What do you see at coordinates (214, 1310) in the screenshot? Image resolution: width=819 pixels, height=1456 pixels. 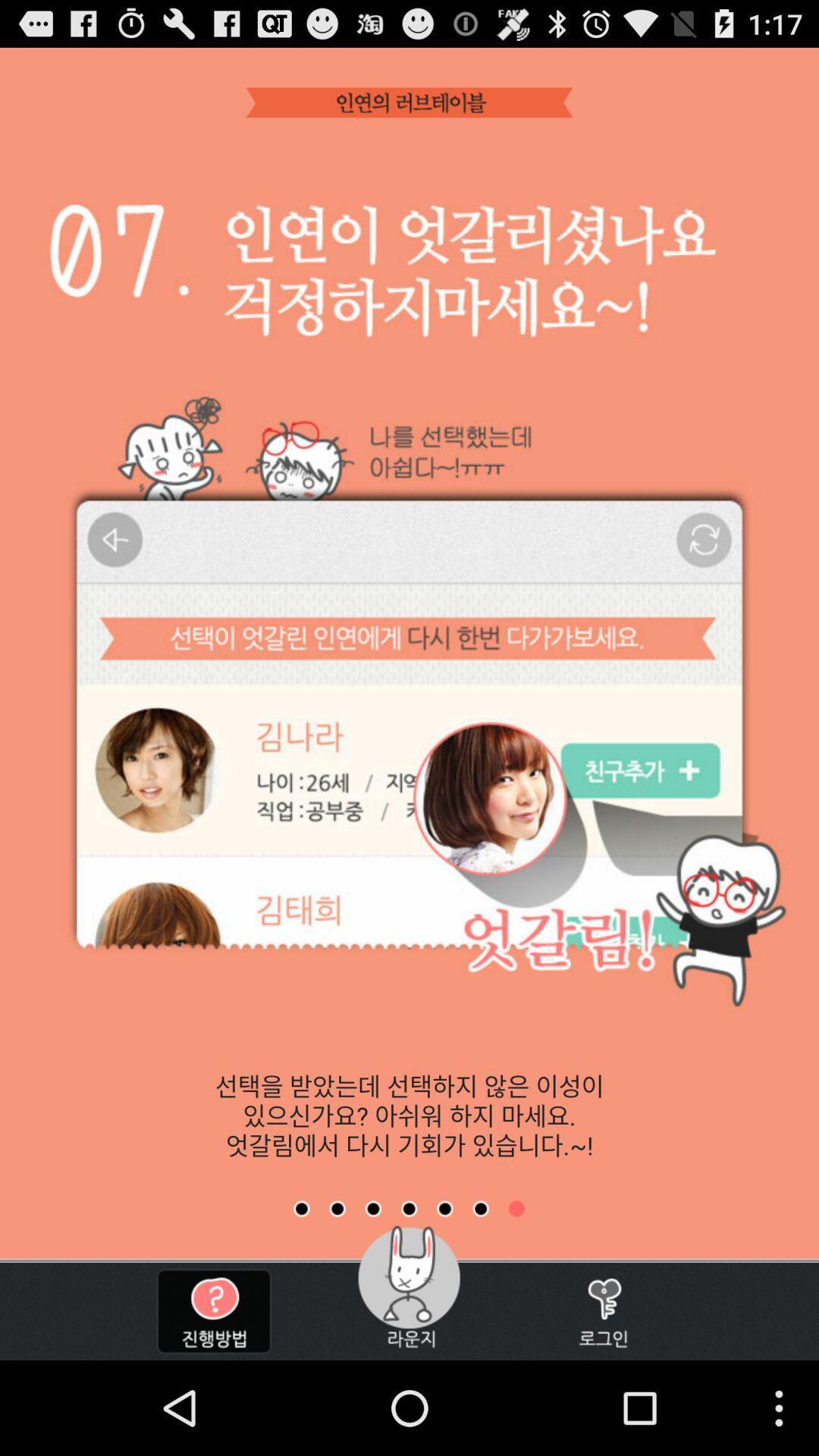 I see `help` at bounding box center [214, 1310].